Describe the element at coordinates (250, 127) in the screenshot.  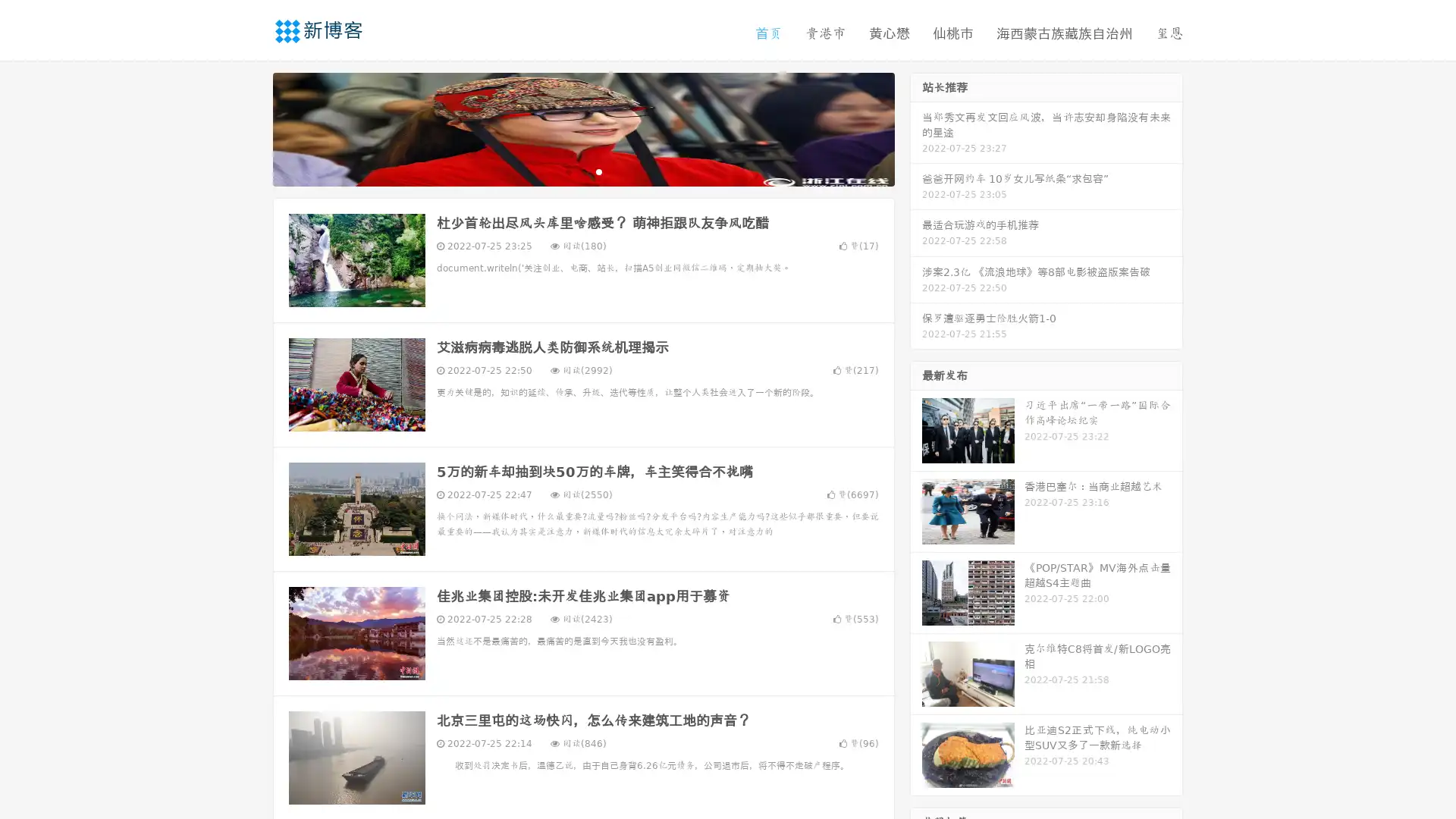
I see `Previous slide` at that location.